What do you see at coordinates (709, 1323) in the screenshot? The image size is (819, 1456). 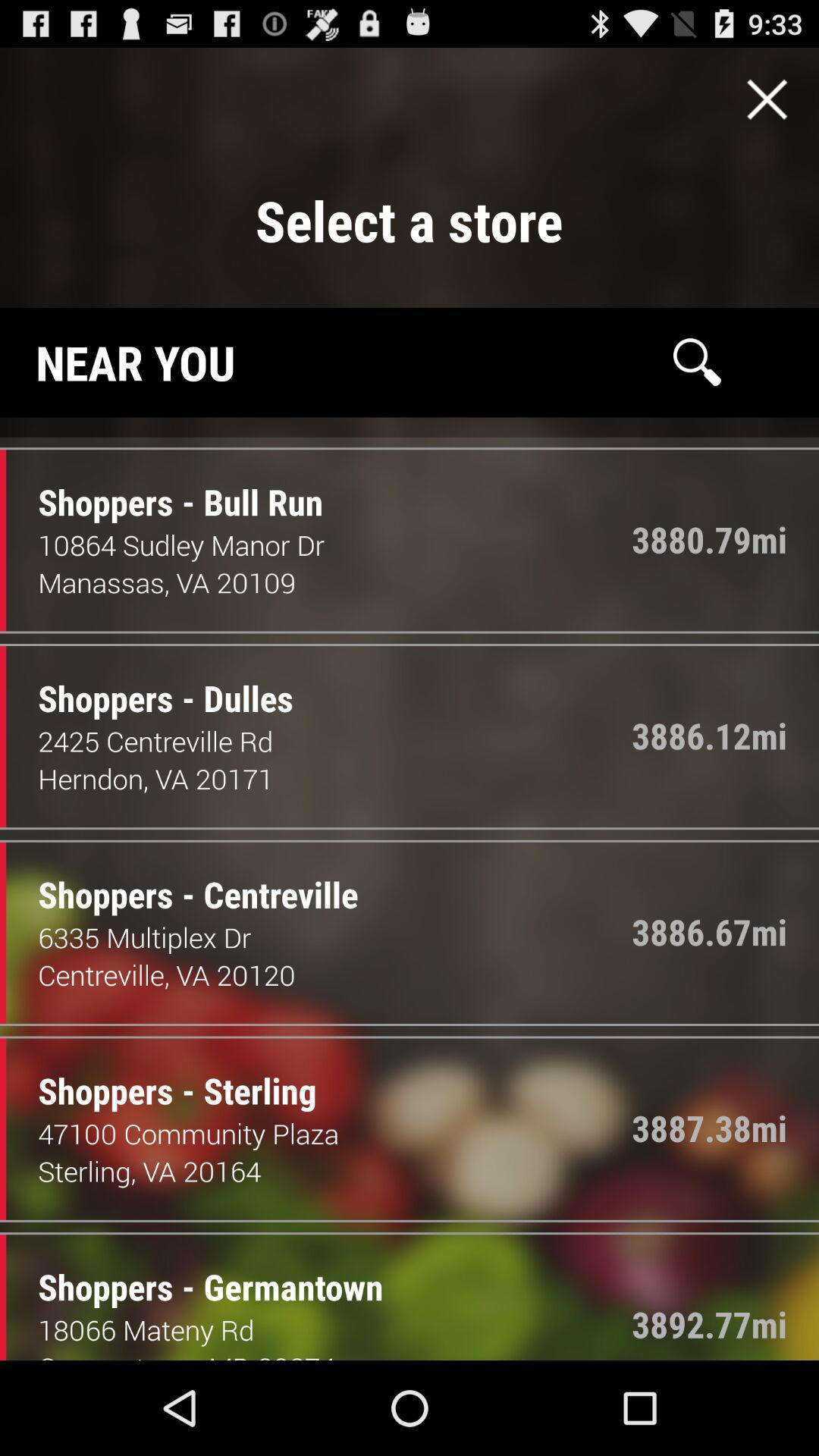 I see `item to the right of 18066 mateny rd` at bounding box center [709, 1323].